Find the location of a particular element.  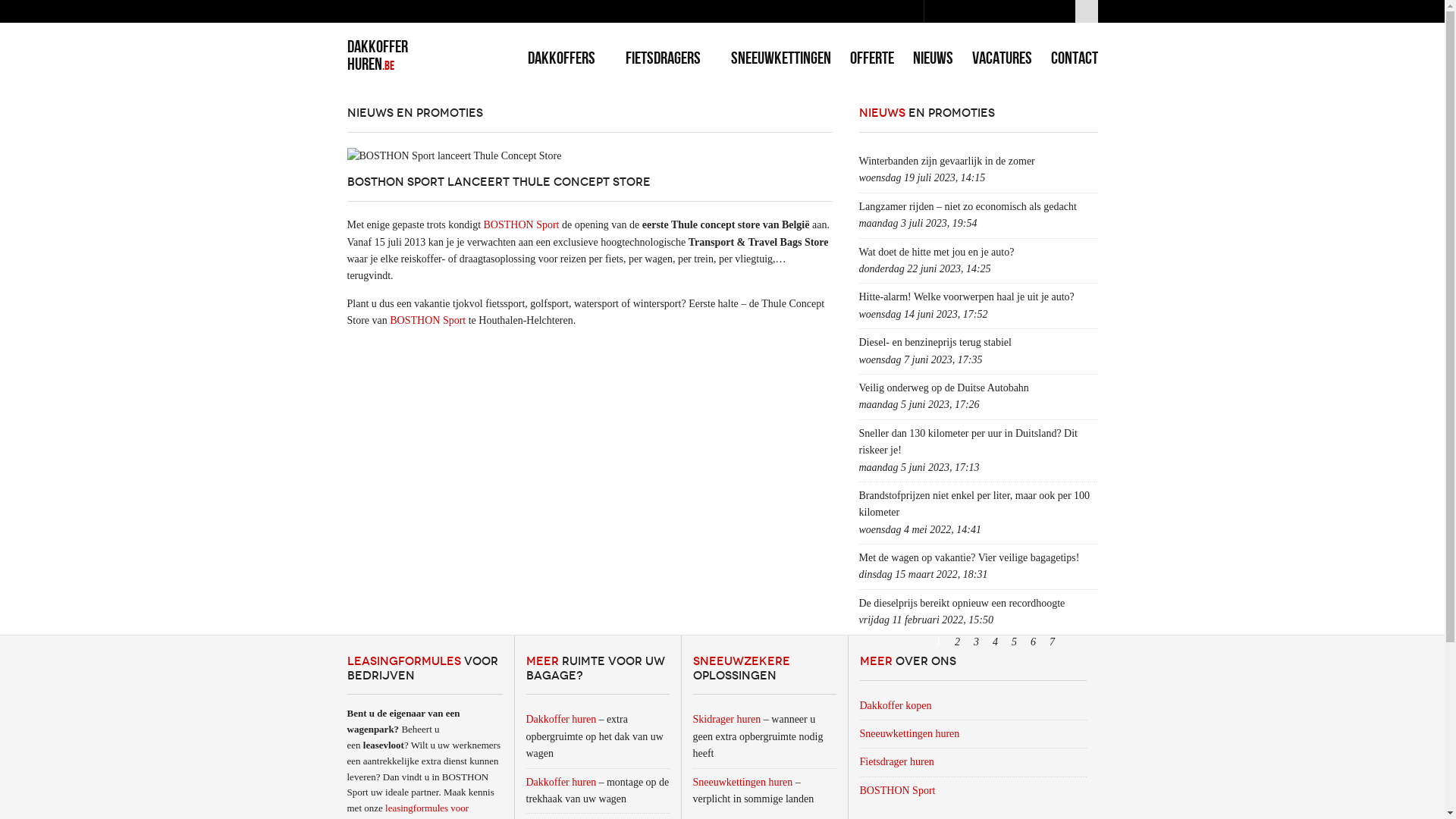

'DAKKOFFER HUREN' is located at coordinates (346, 54).